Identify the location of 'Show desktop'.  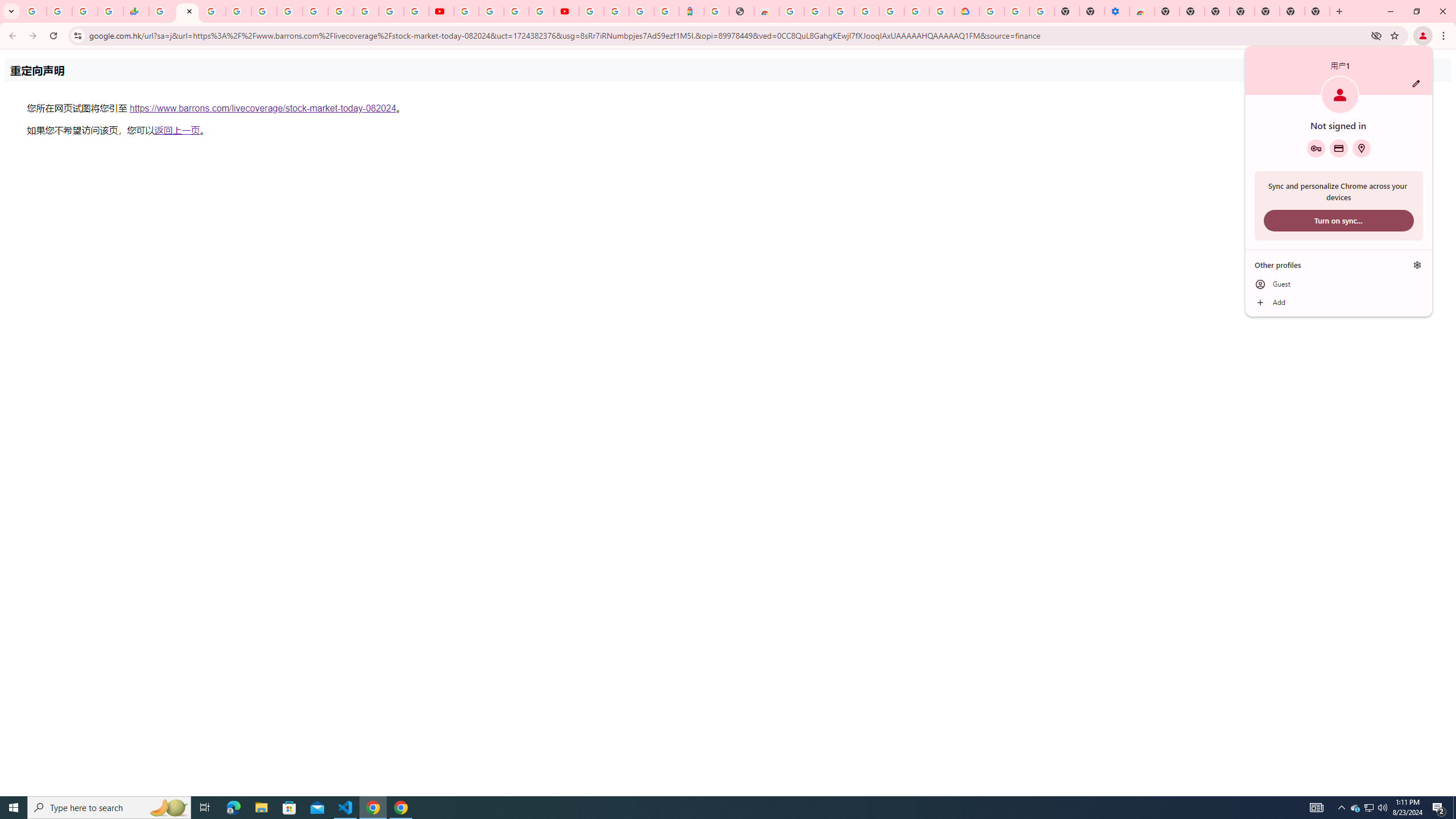
(1454, 806).